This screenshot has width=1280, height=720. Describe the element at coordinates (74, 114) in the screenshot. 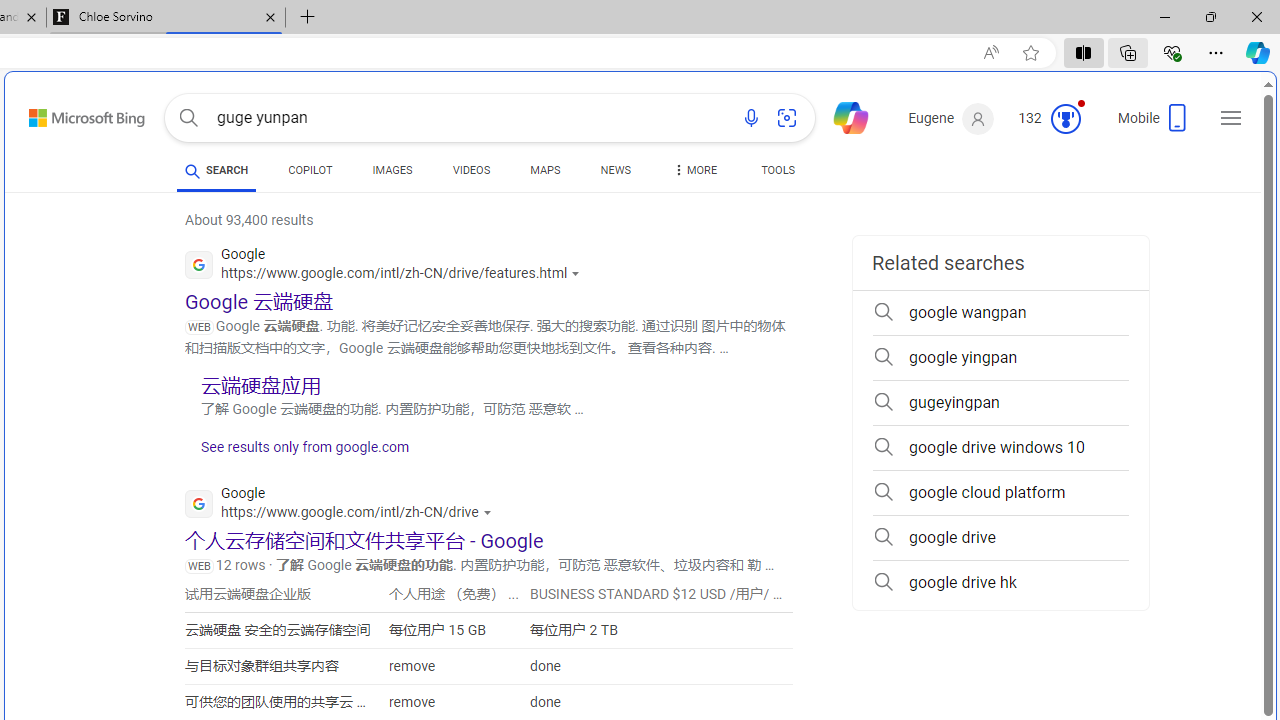

I see `'Back to Bing search'` at that location.